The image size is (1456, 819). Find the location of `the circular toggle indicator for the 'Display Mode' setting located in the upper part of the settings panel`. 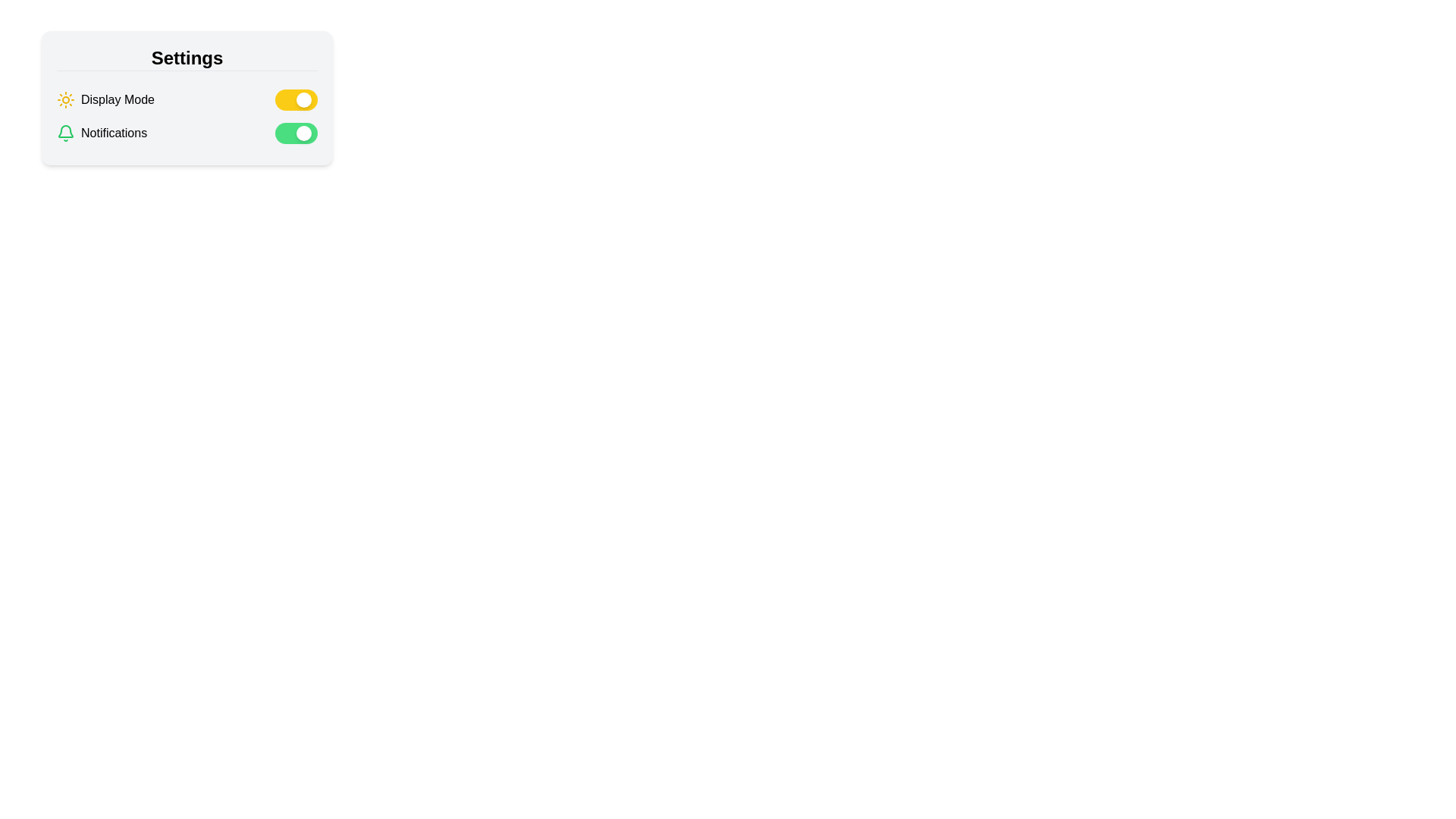

the circular toggle indicator for the 'Display Mode' setting located in the upper part of the settings panel is located at coordinates (303, 99).